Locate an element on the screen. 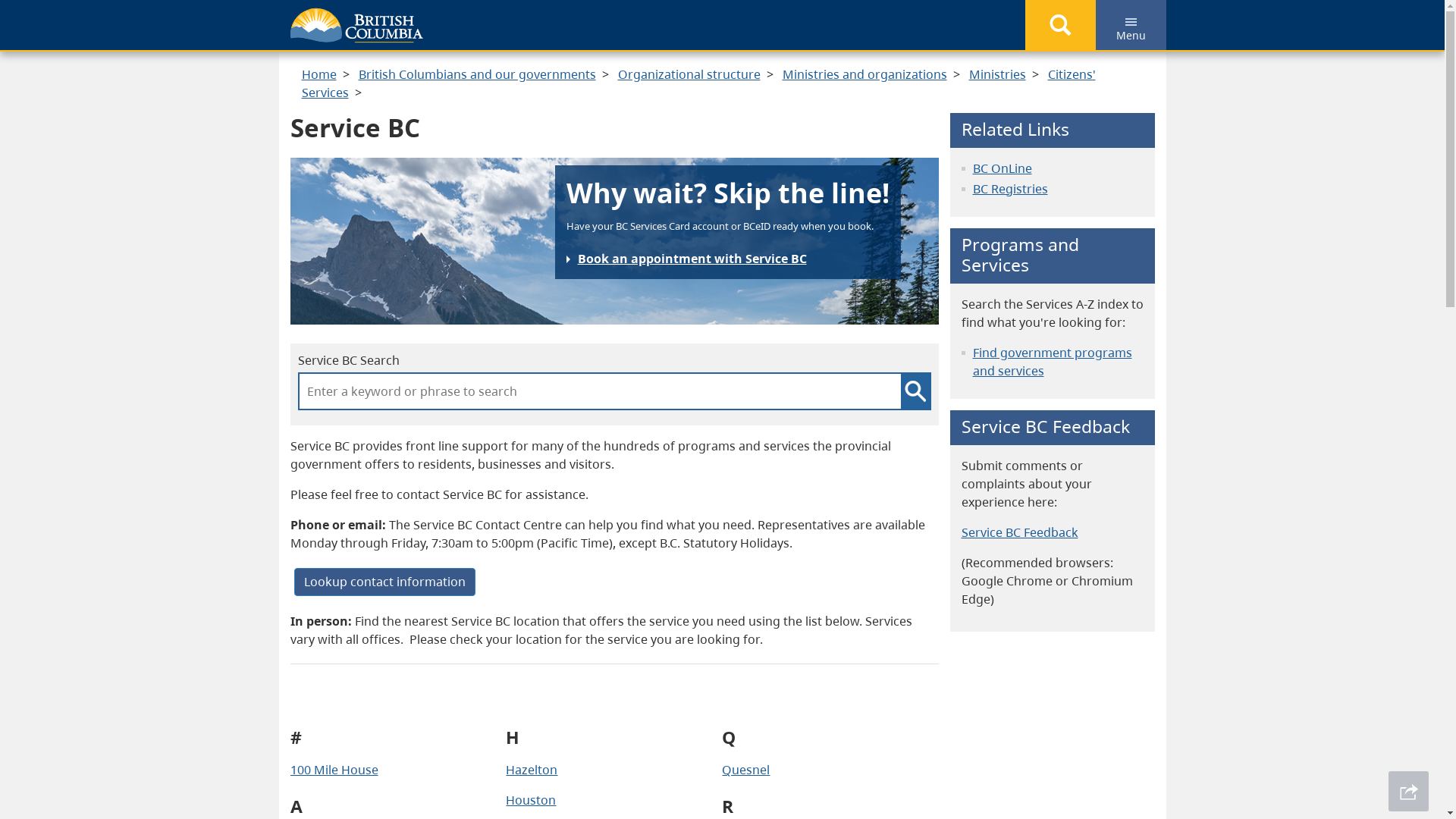 The image size is (1456, 819). 'Find government programs and services' is located at coordinates (1051, 362).